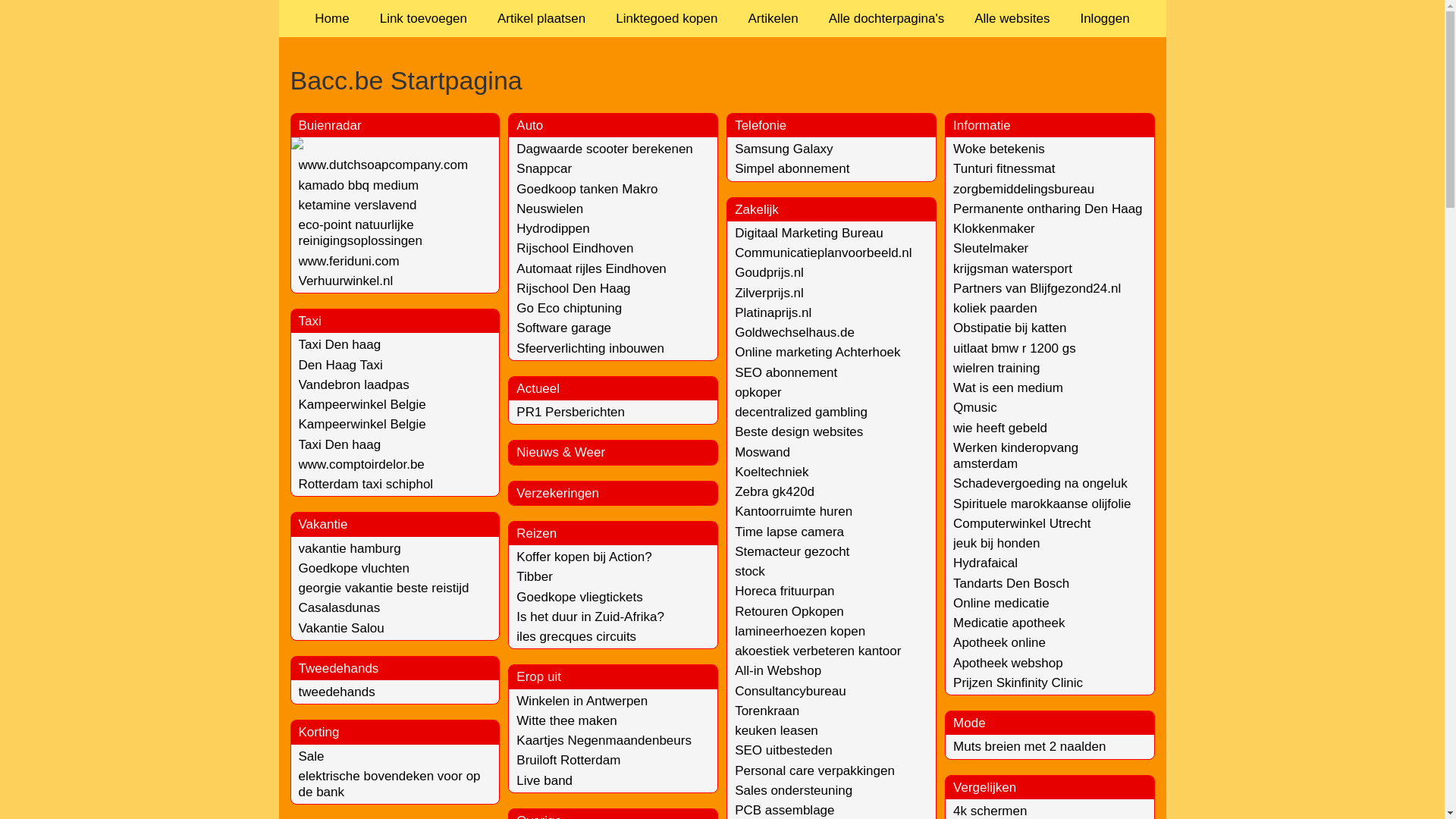 The image size is (1456, 819). Describe the element at coordinates (735, 571) in the screenshot. I see `'stock'` at that location.